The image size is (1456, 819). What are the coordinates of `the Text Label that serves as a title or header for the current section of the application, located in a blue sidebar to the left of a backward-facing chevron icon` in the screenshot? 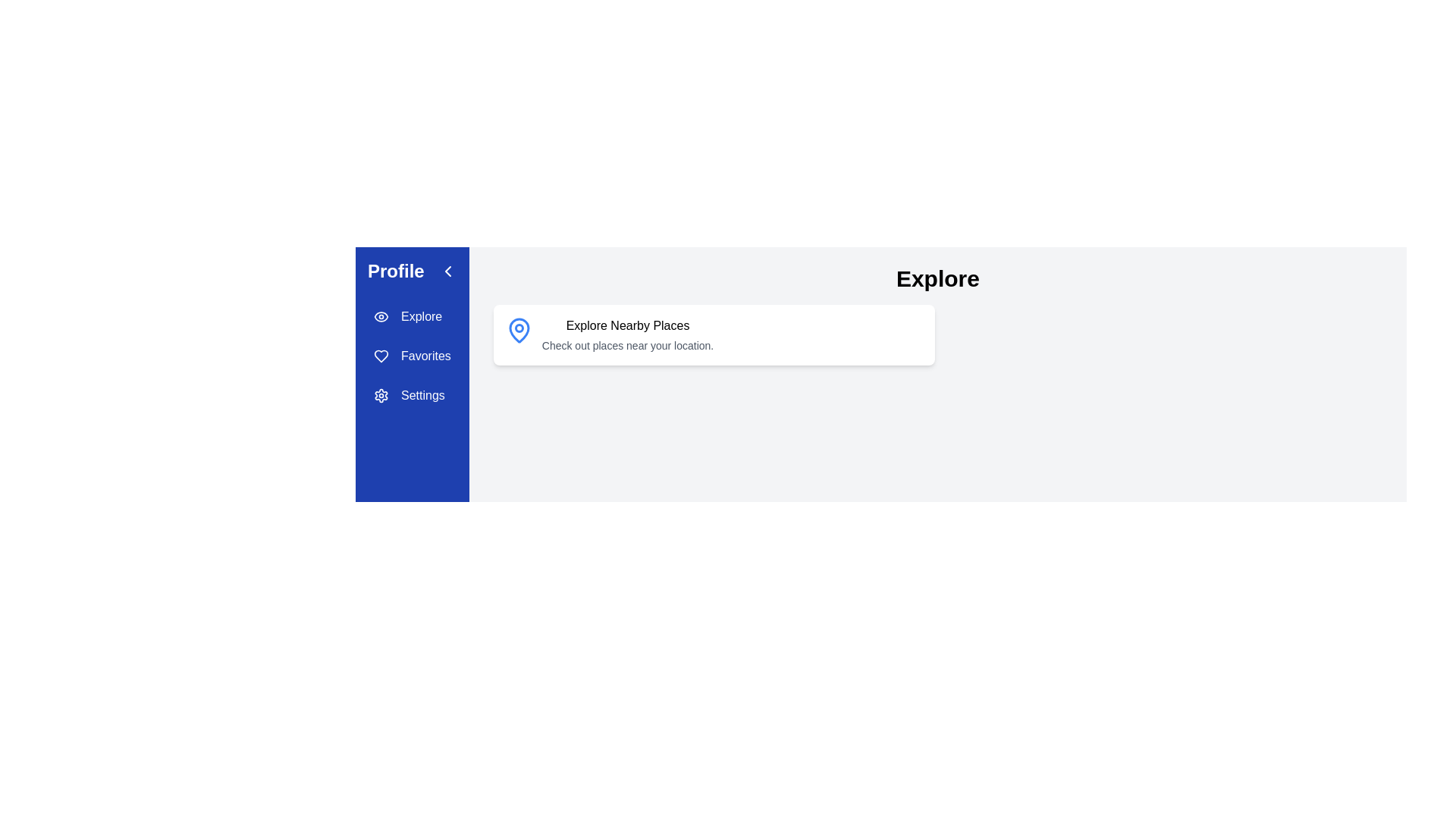 It's located at (396, 271).